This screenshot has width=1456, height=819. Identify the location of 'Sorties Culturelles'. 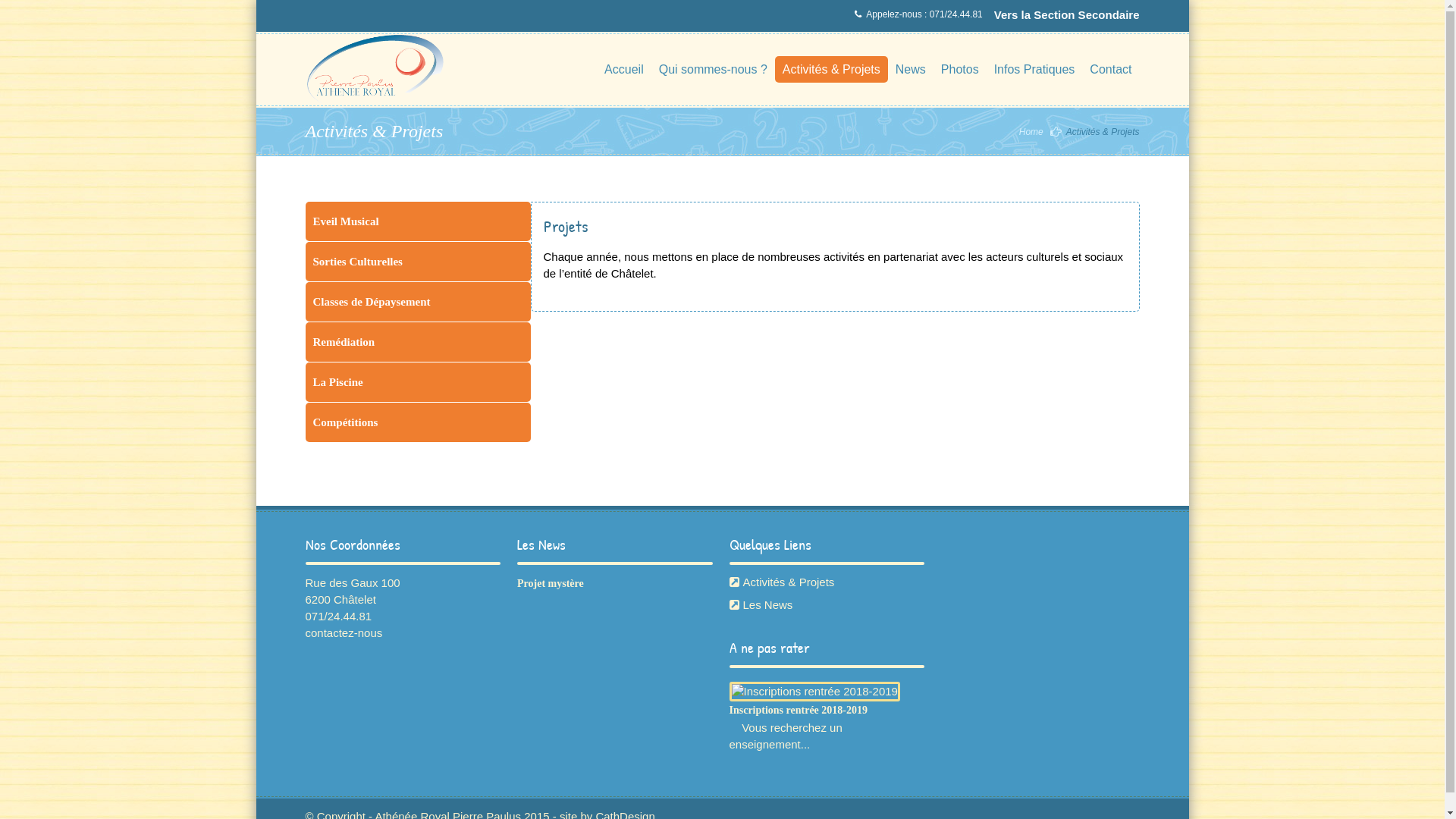
(417, 260).